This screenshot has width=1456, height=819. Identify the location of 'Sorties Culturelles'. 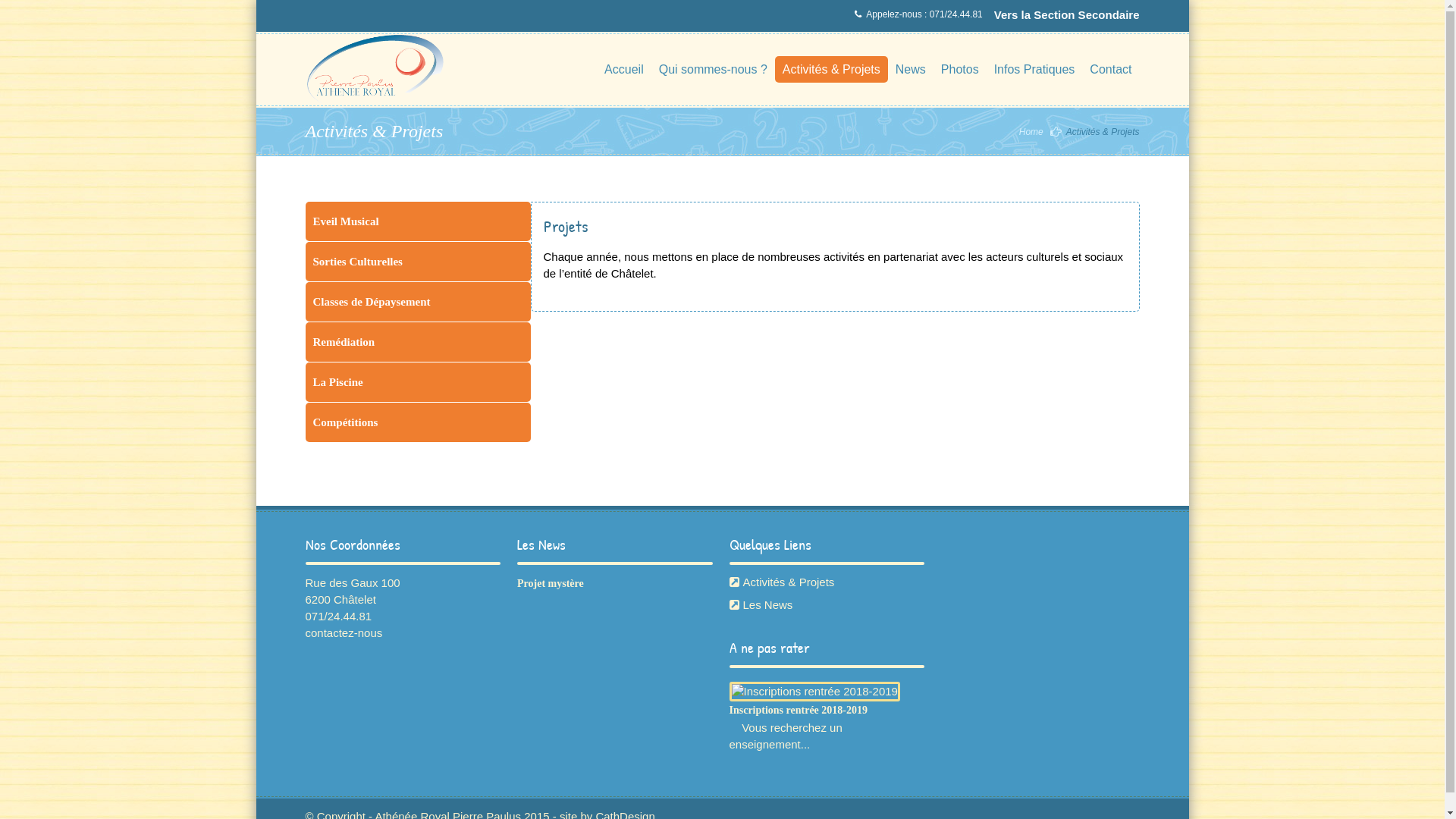
(417, 260).